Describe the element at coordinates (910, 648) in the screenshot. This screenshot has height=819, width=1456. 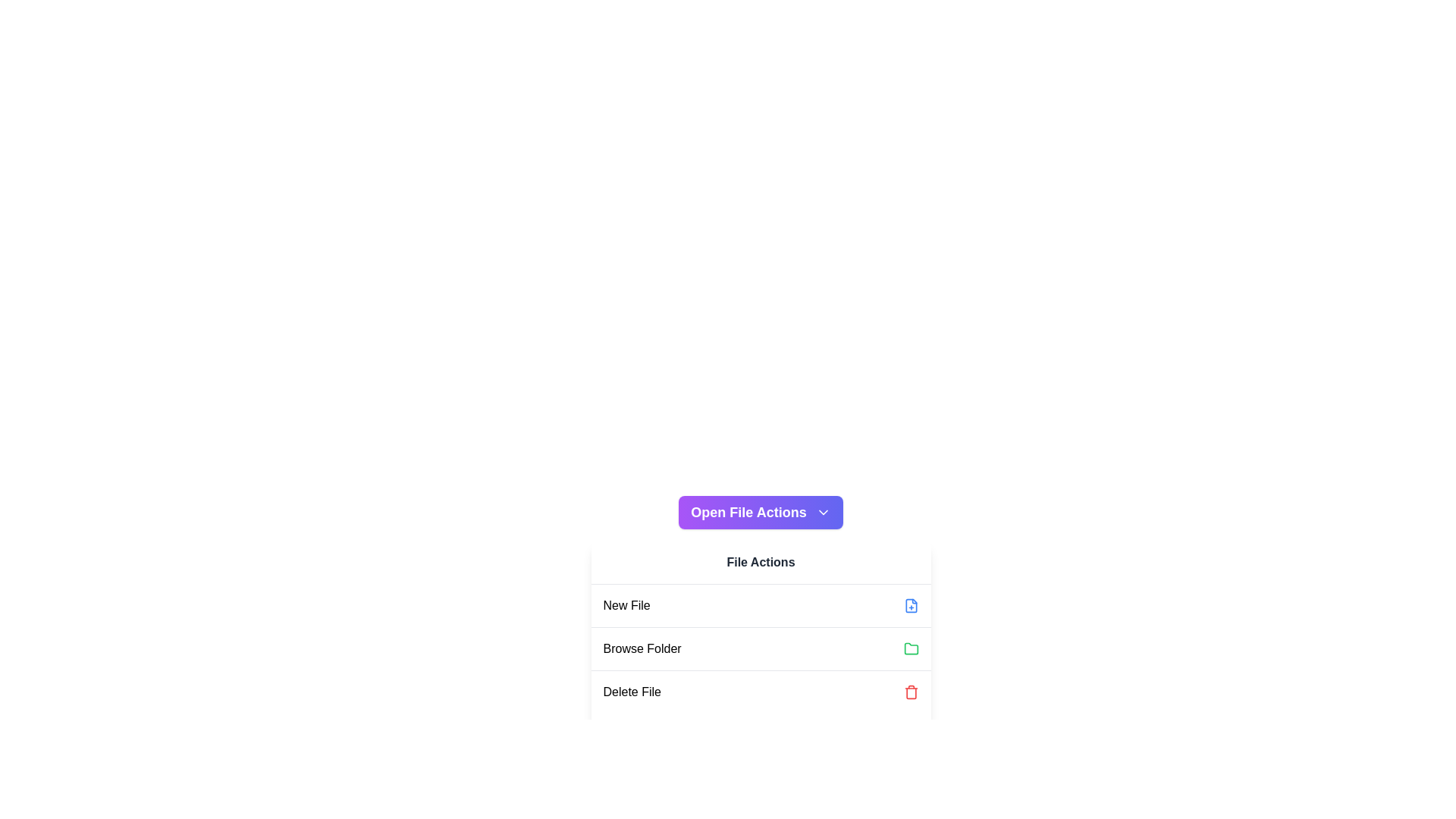
I see `the green folder icon located to the right of the text 'Browse Folder'` at that location.